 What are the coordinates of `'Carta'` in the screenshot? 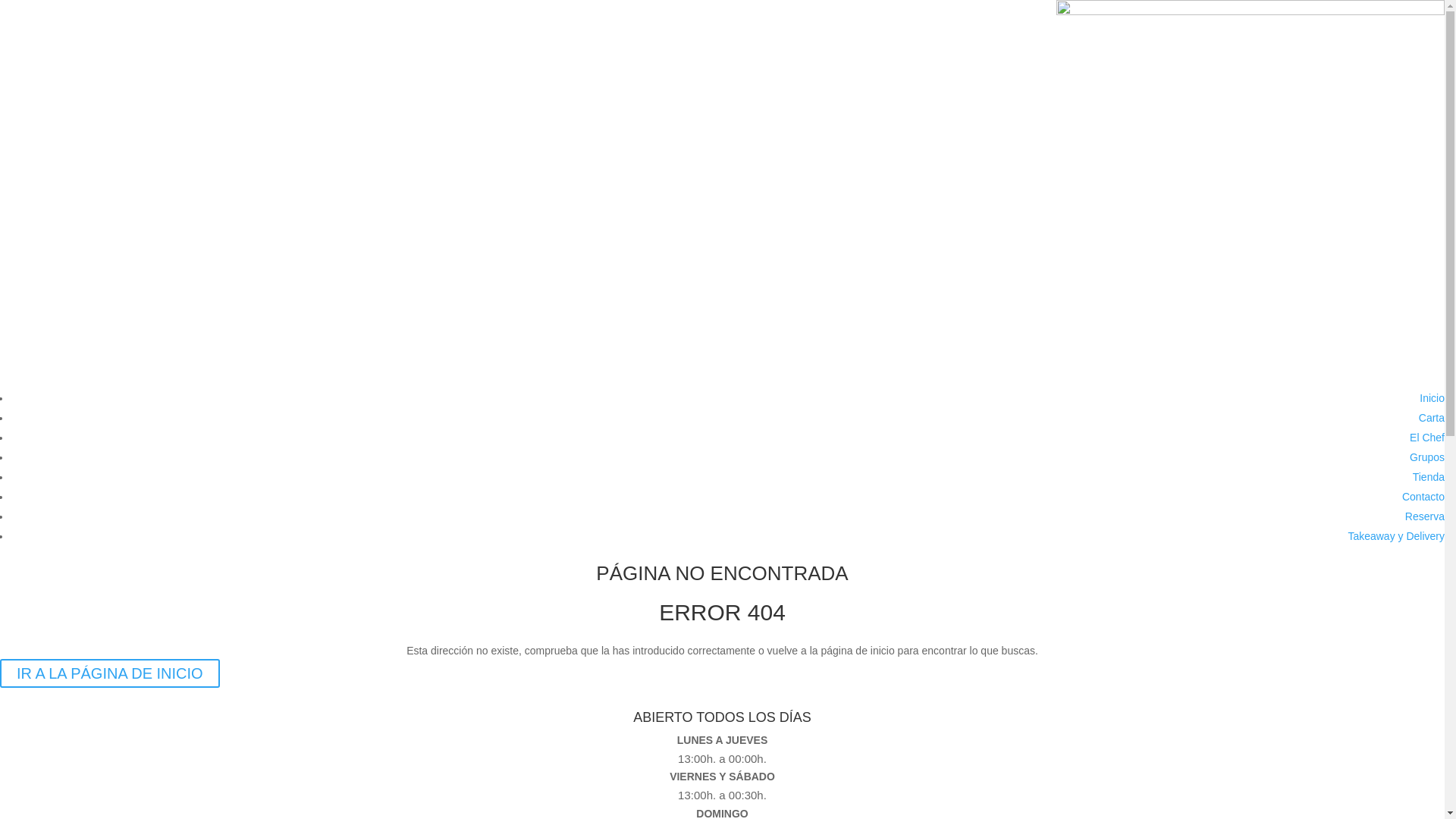 It's located at (1430, 418).